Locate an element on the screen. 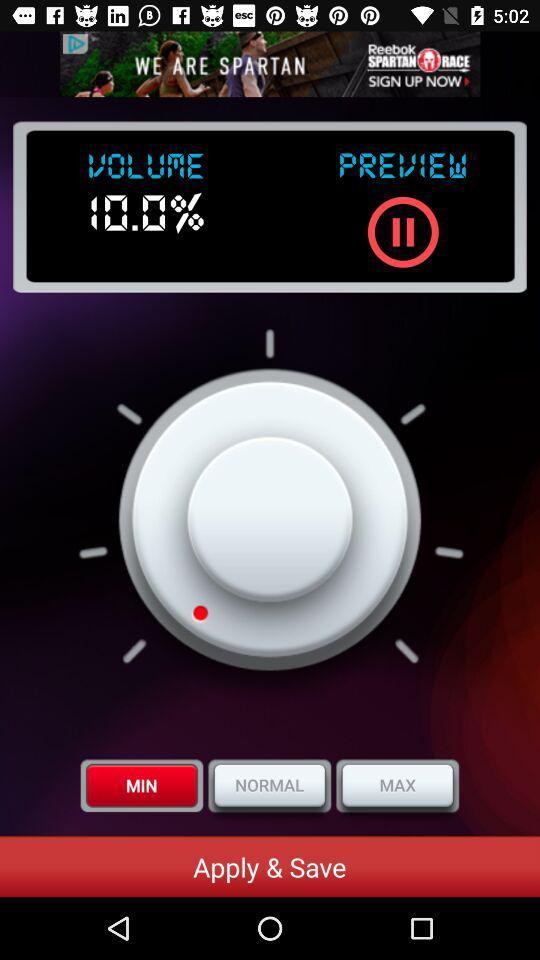  the pause icon is located at coordinates (403, 232).